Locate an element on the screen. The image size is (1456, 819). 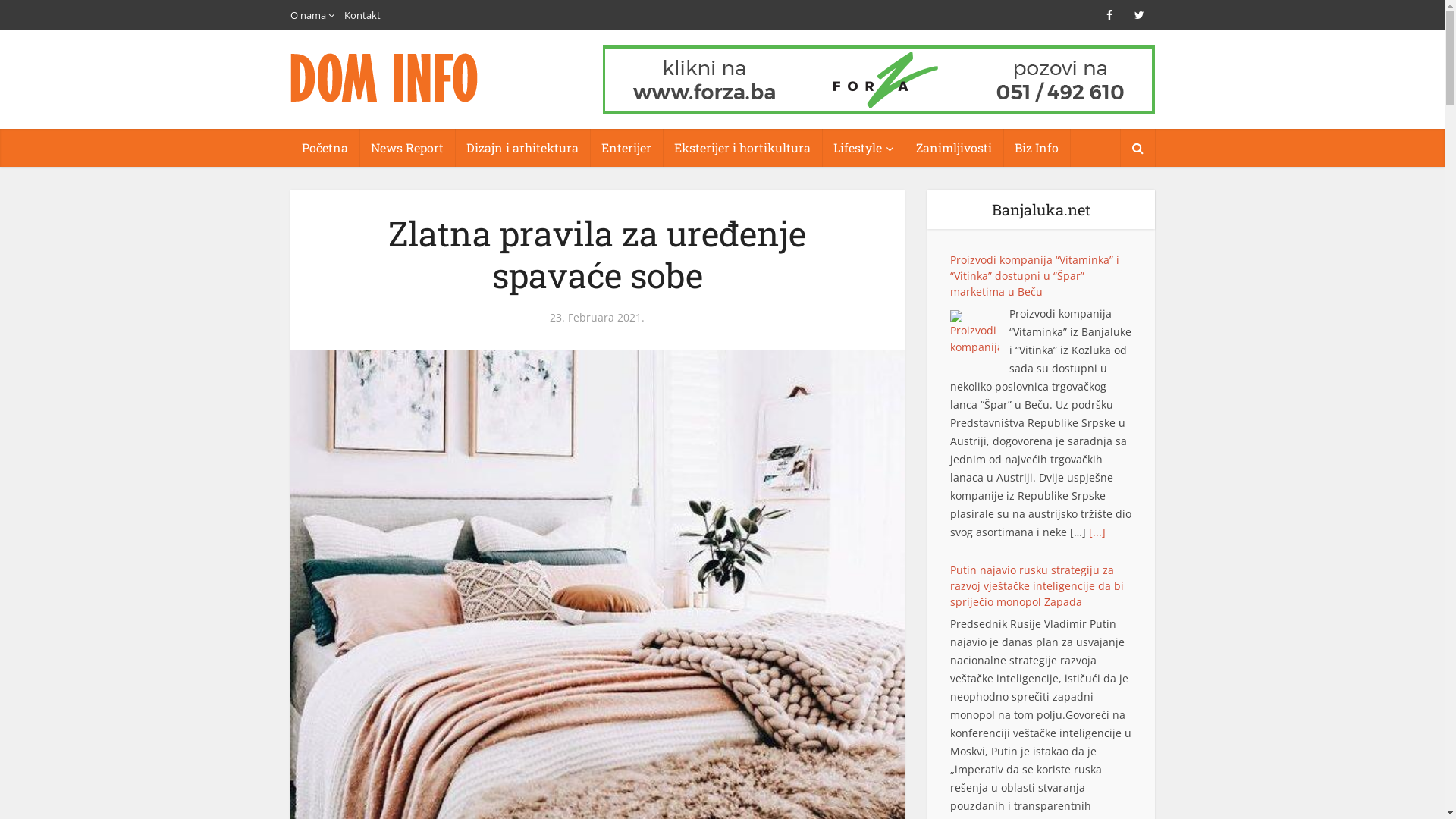
'Kontakt' is located at coordinates (362, 14).